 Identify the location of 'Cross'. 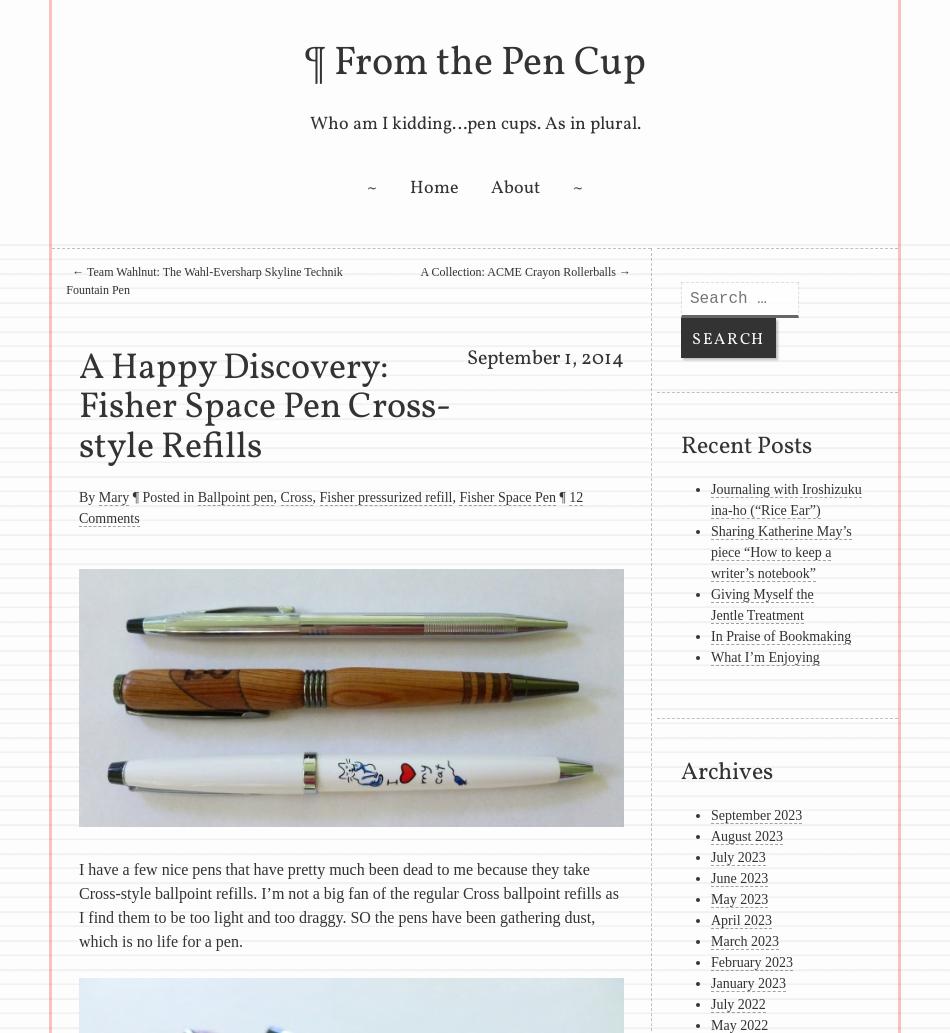
(295, 496).